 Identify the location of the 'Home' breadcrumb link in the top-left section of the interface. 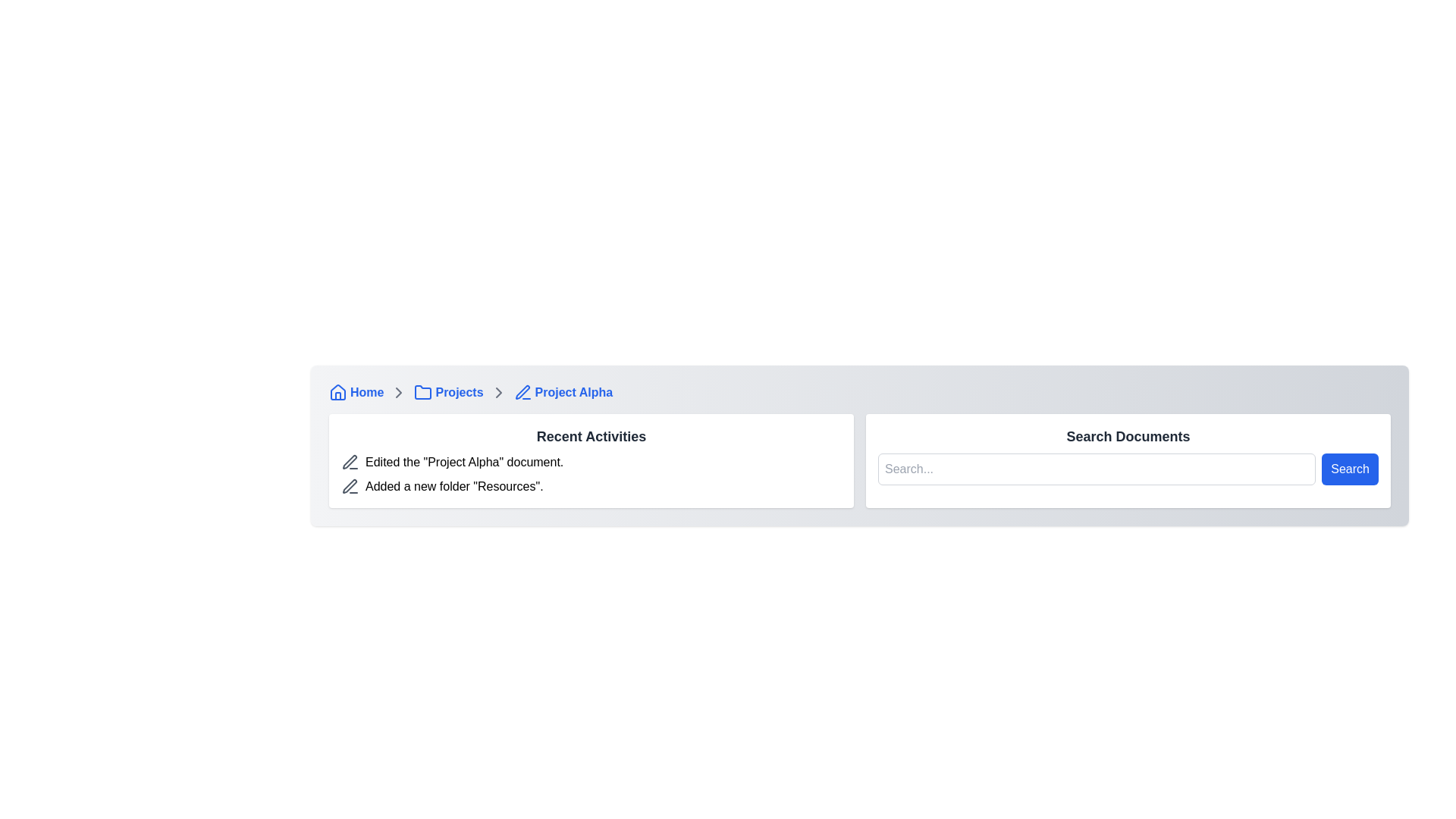
(369, 391).